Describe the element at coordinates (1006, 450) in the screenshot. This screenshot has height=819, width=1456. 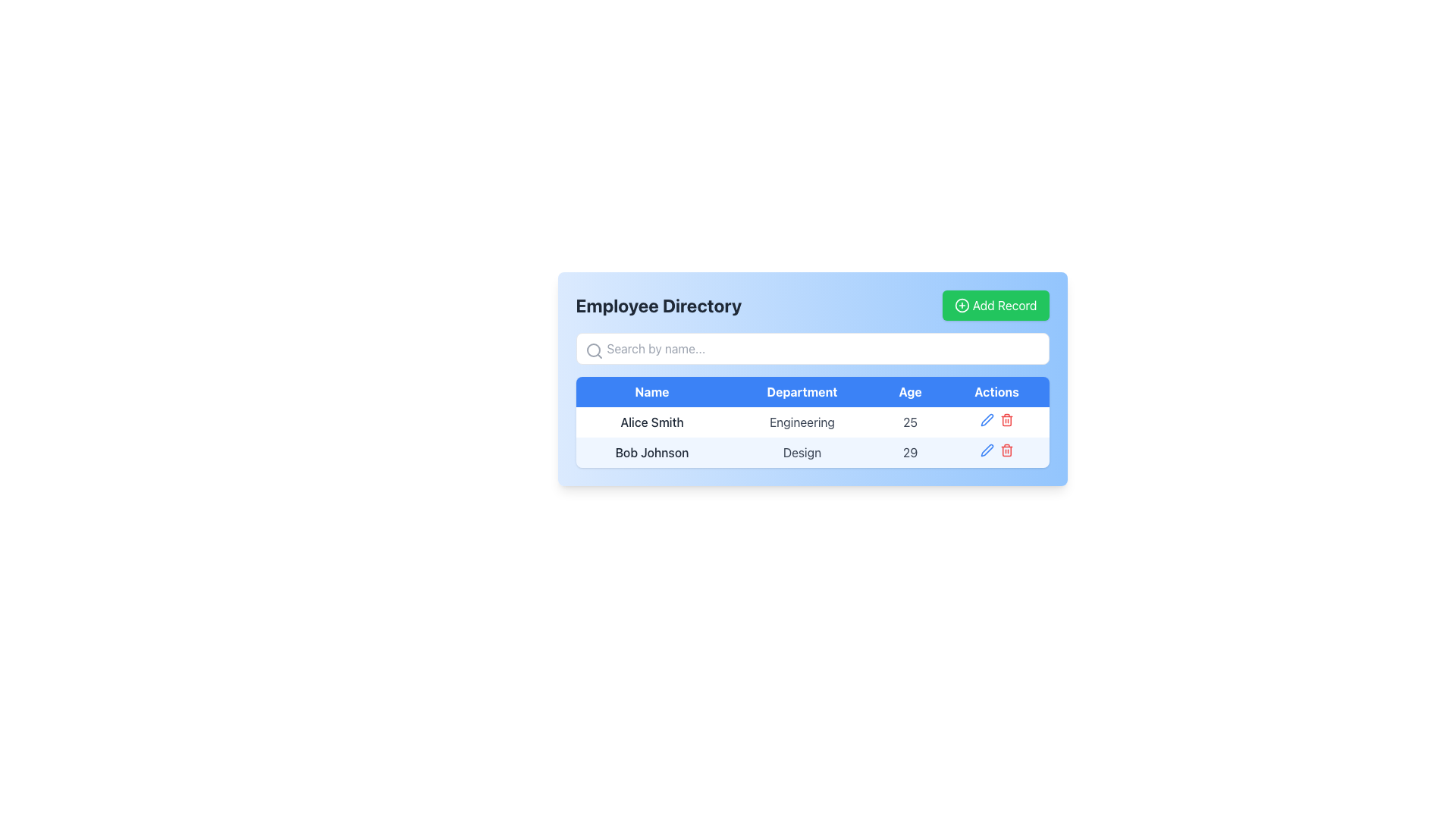
I see `the red trash bin icon in the 'Actions' column of the second row corresponding to 'Bob Johnson' to initiate the delete action` at that location.